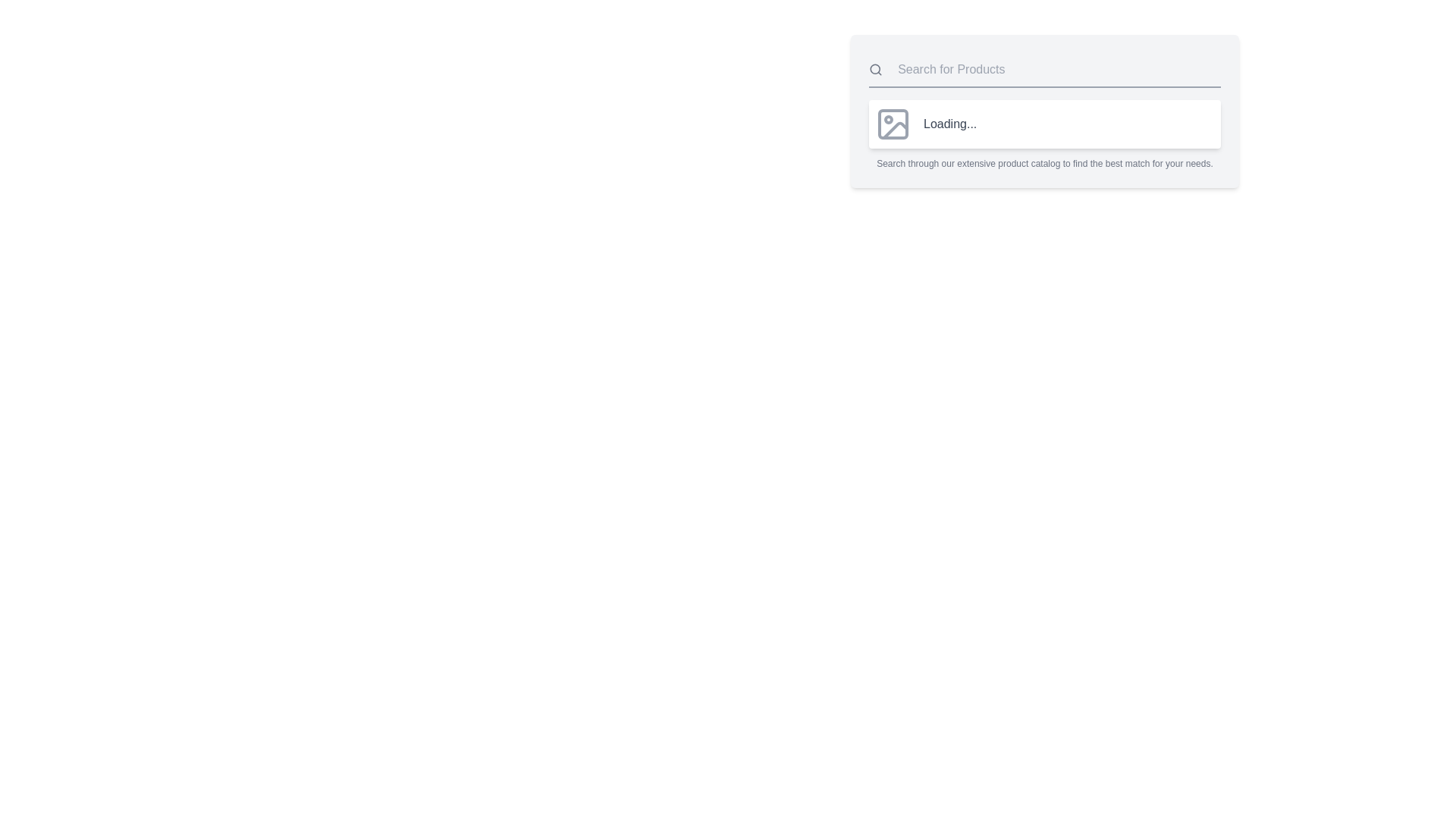 The width and height of the screenshot is (1456, 819). Describe the element at coordinates (893, 124) in the screenshot. I see `the SVG rectangle that serves as a decorative element in the loading indicator near the search input box` at that location.